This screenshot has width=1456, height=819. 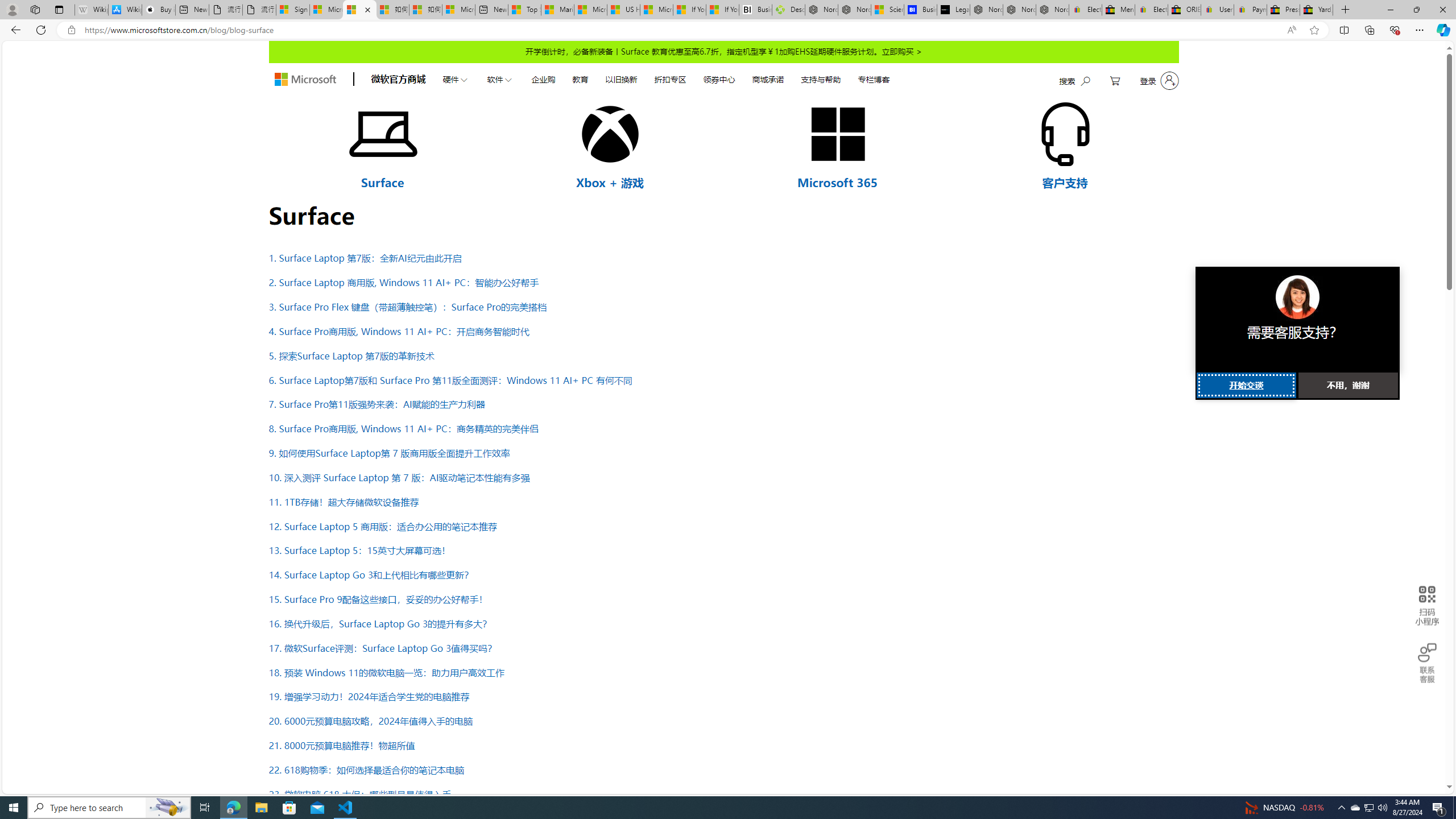 I want to click on 'My Cart', so click(x=1115, y=80).